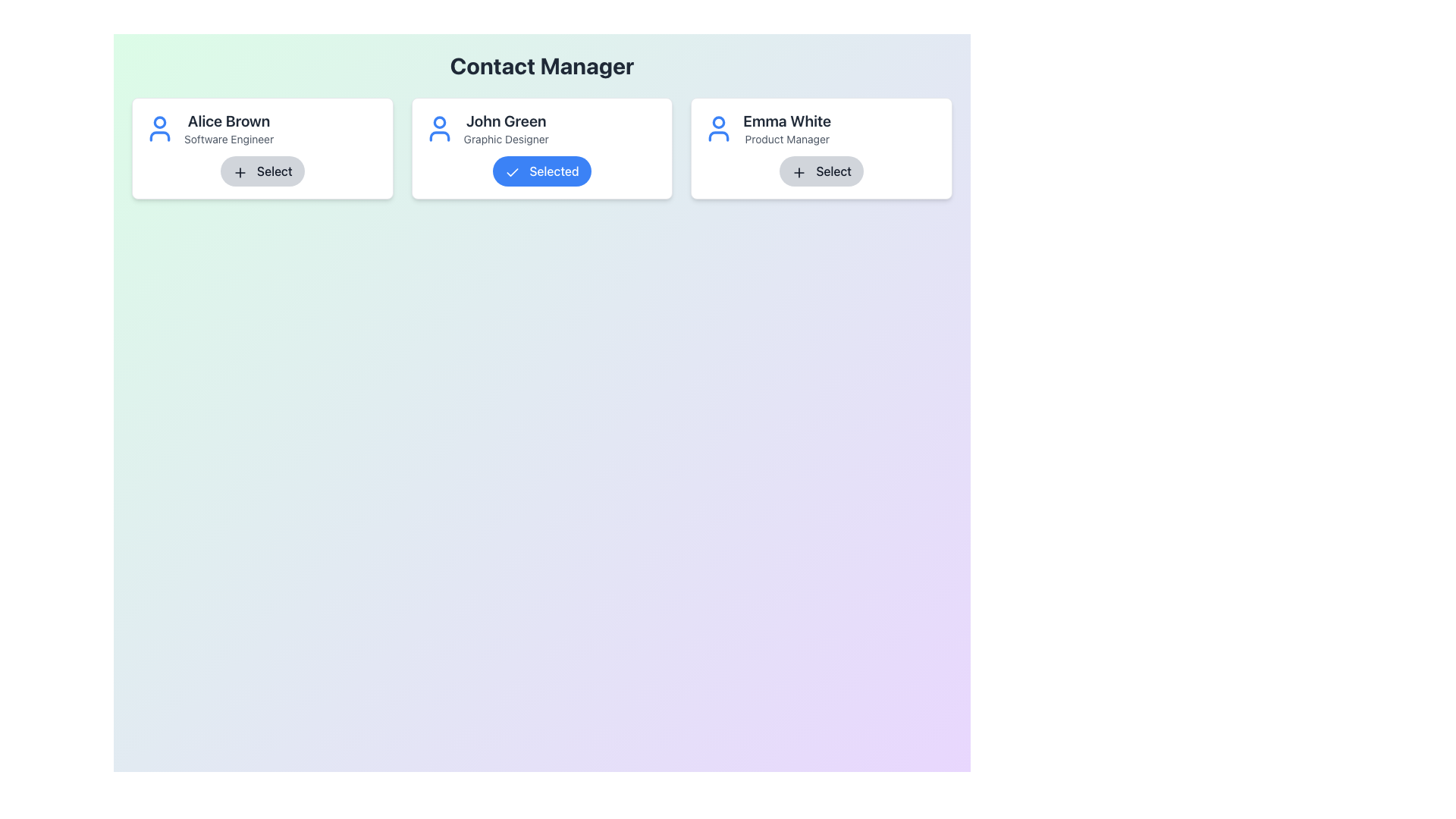  What do you see at coordinates (513, 171) in the screenshot?
I see `the checkmark icon within the 'Selected' button under John Green's contact card to indicate selection` at bounding box center [513, 171].